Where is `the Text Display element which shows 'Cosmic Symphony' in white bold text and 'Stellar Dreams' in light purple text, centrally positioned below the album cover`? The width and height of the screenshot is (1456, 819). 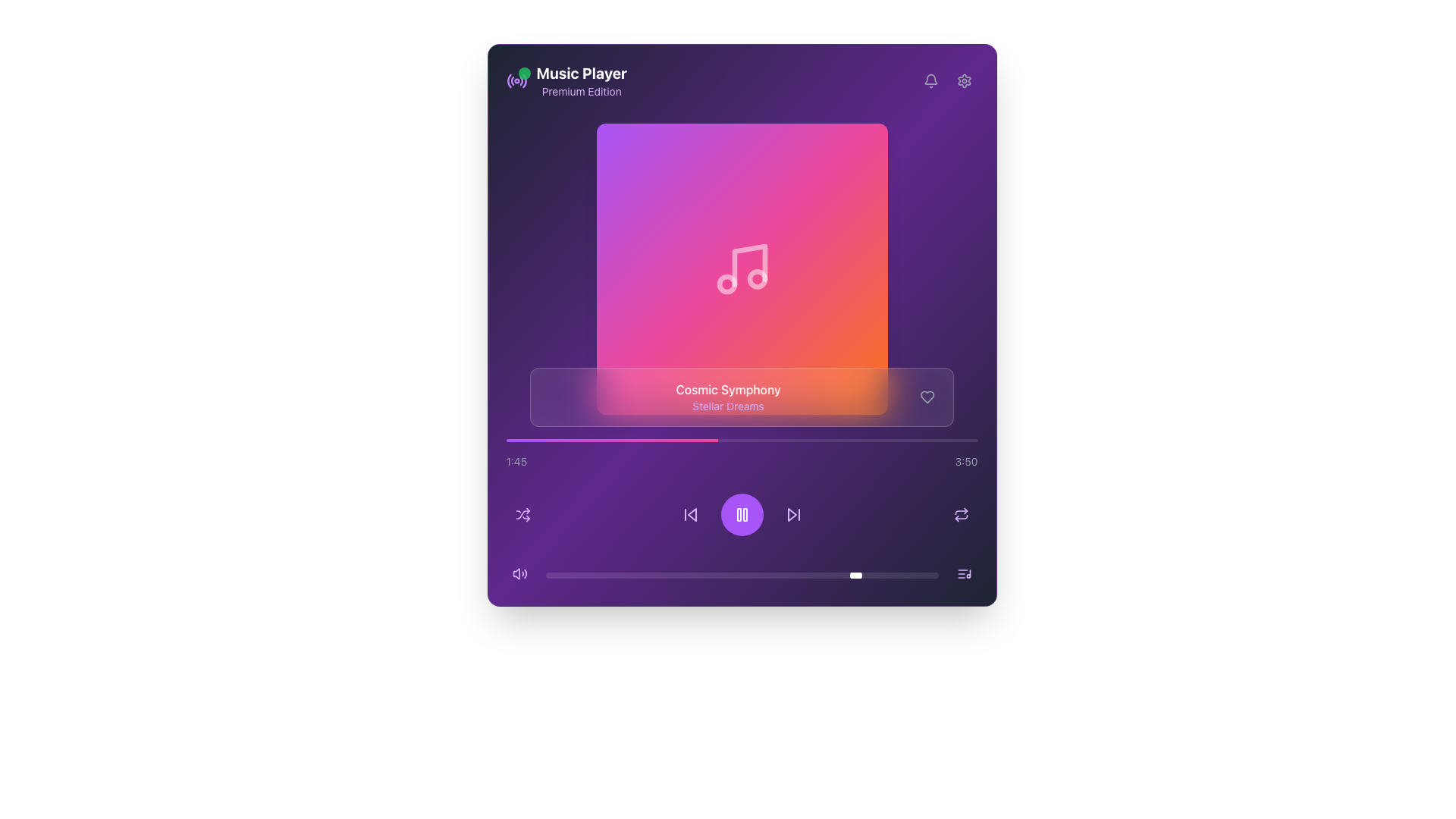 the Text Display element which shows 'Cosmic Symphony' in white bold text and 'Stellar Dreams' in light purple text, centrally positioned below the album cover is located at coordinates (728, 397).